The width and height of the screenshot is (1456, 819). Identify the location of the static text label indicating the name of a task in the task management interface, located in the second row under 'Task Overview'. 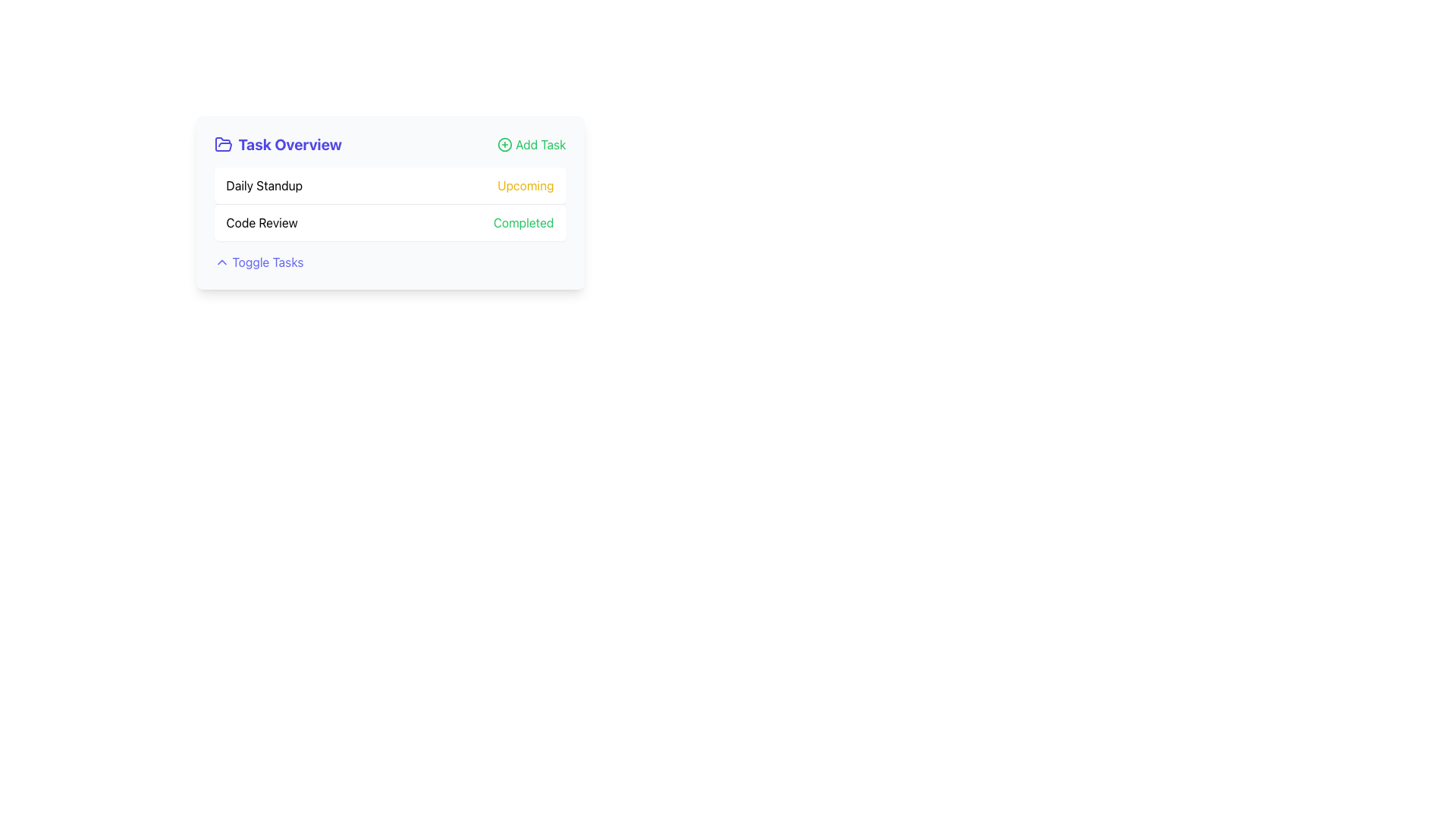
(262, 222).